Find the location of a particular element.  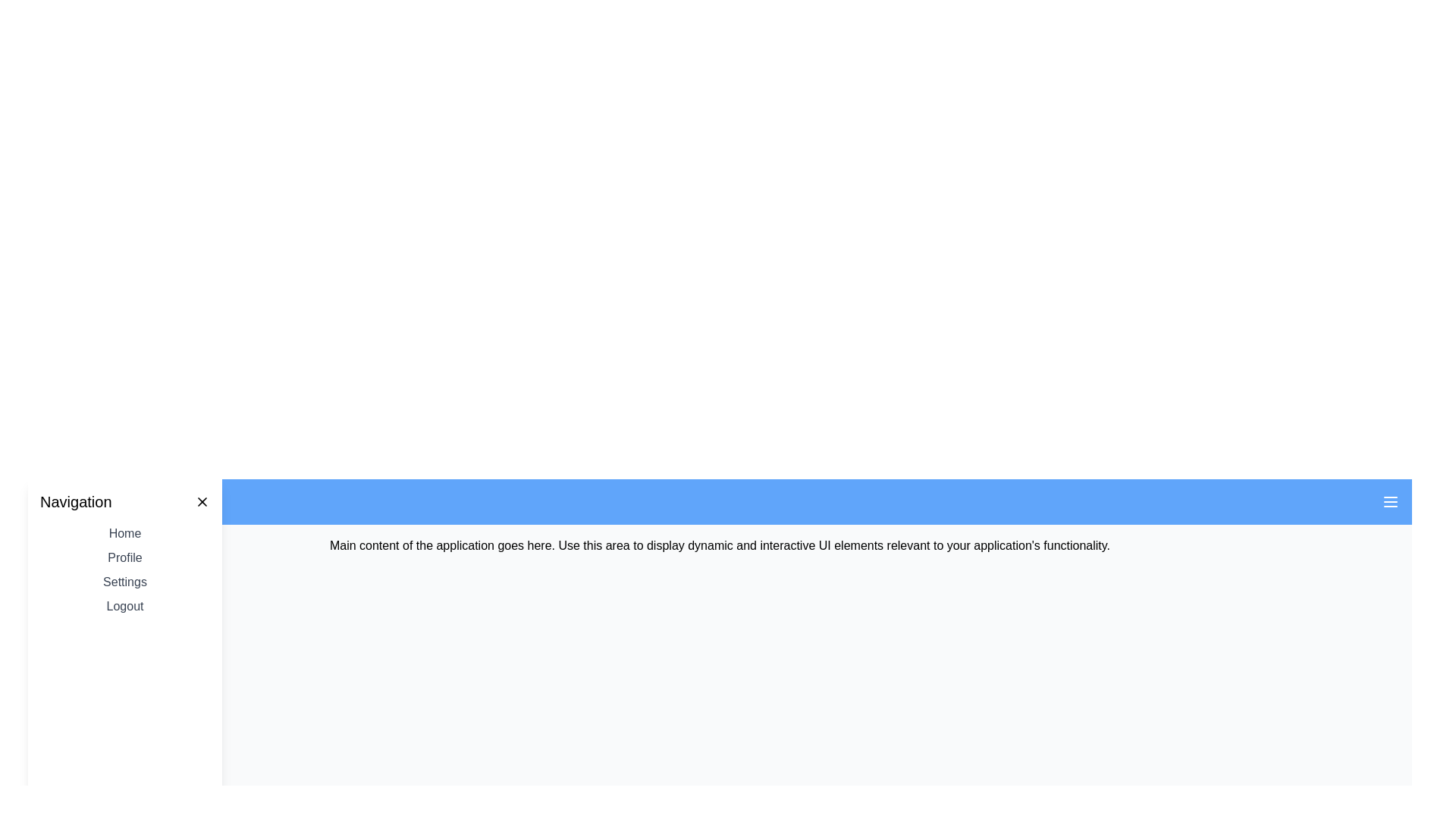

the navigation link located at the top of the left navigation menu is located at coordinates (124, 533).